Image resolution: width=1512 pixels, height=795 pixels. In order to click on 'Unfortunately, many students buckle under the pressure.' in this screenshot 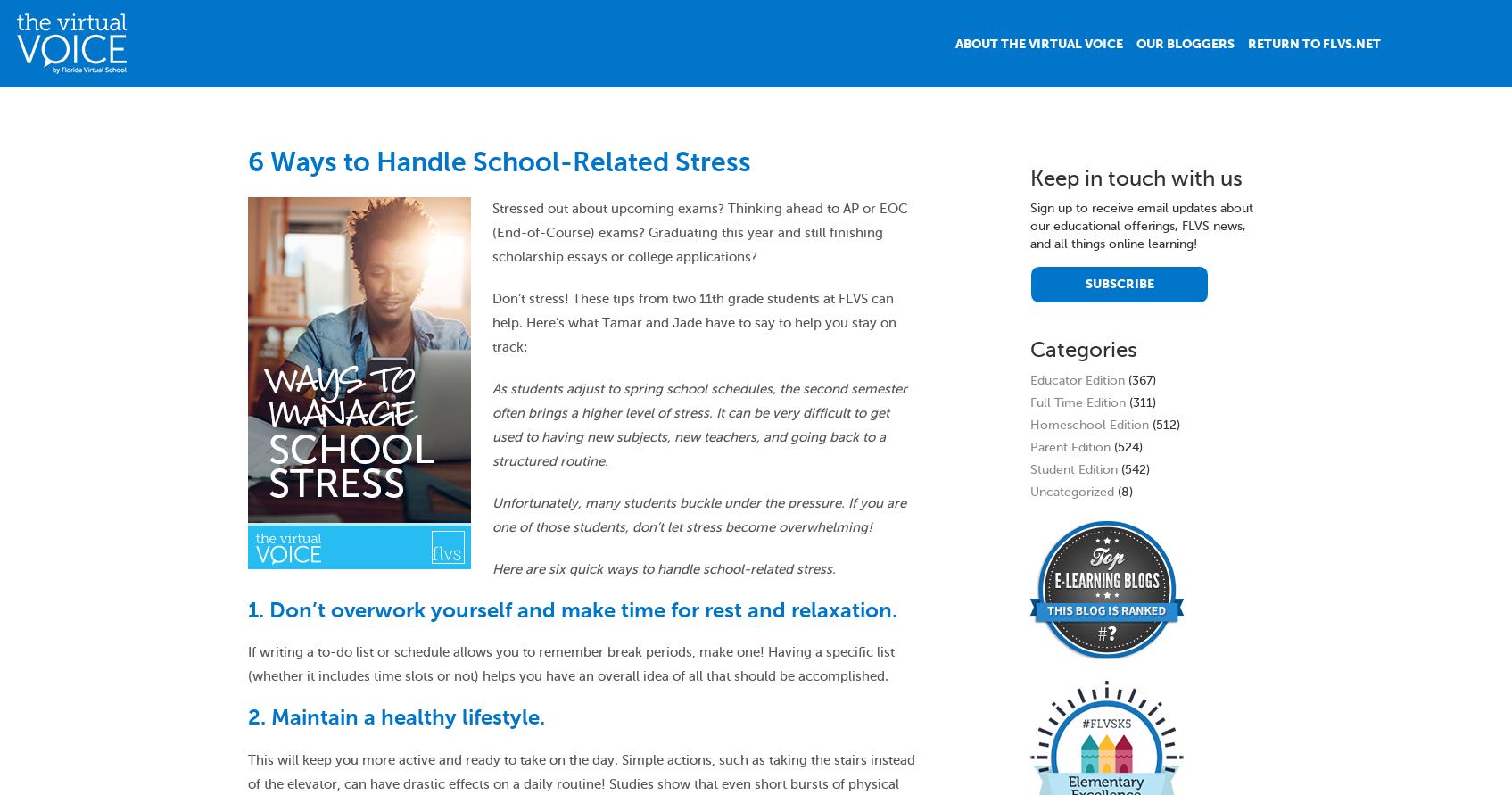, I will do `click(668, 503)`.